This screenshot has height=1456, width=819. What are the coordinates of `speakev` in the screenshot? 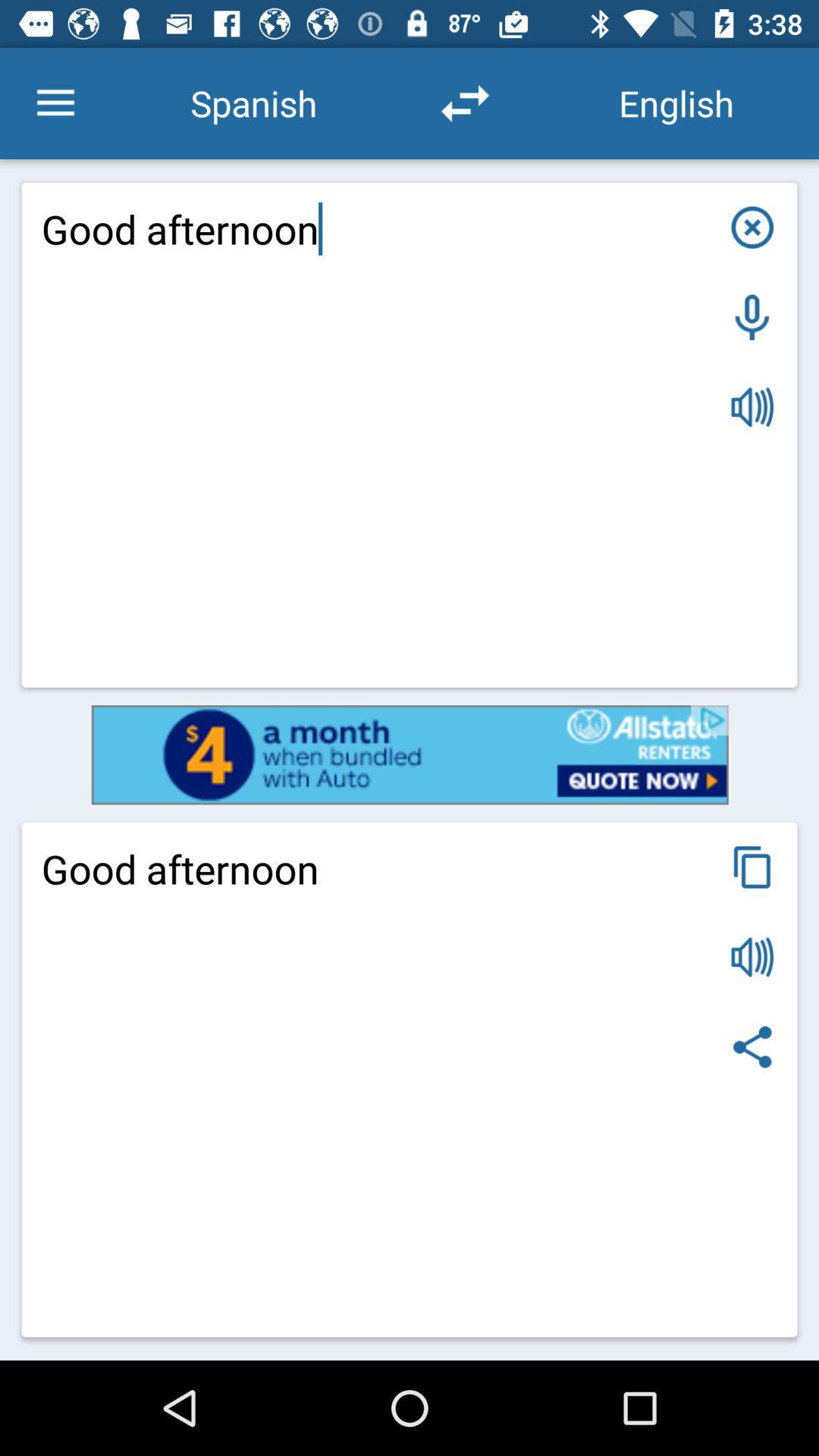 It's located at (752, 956).